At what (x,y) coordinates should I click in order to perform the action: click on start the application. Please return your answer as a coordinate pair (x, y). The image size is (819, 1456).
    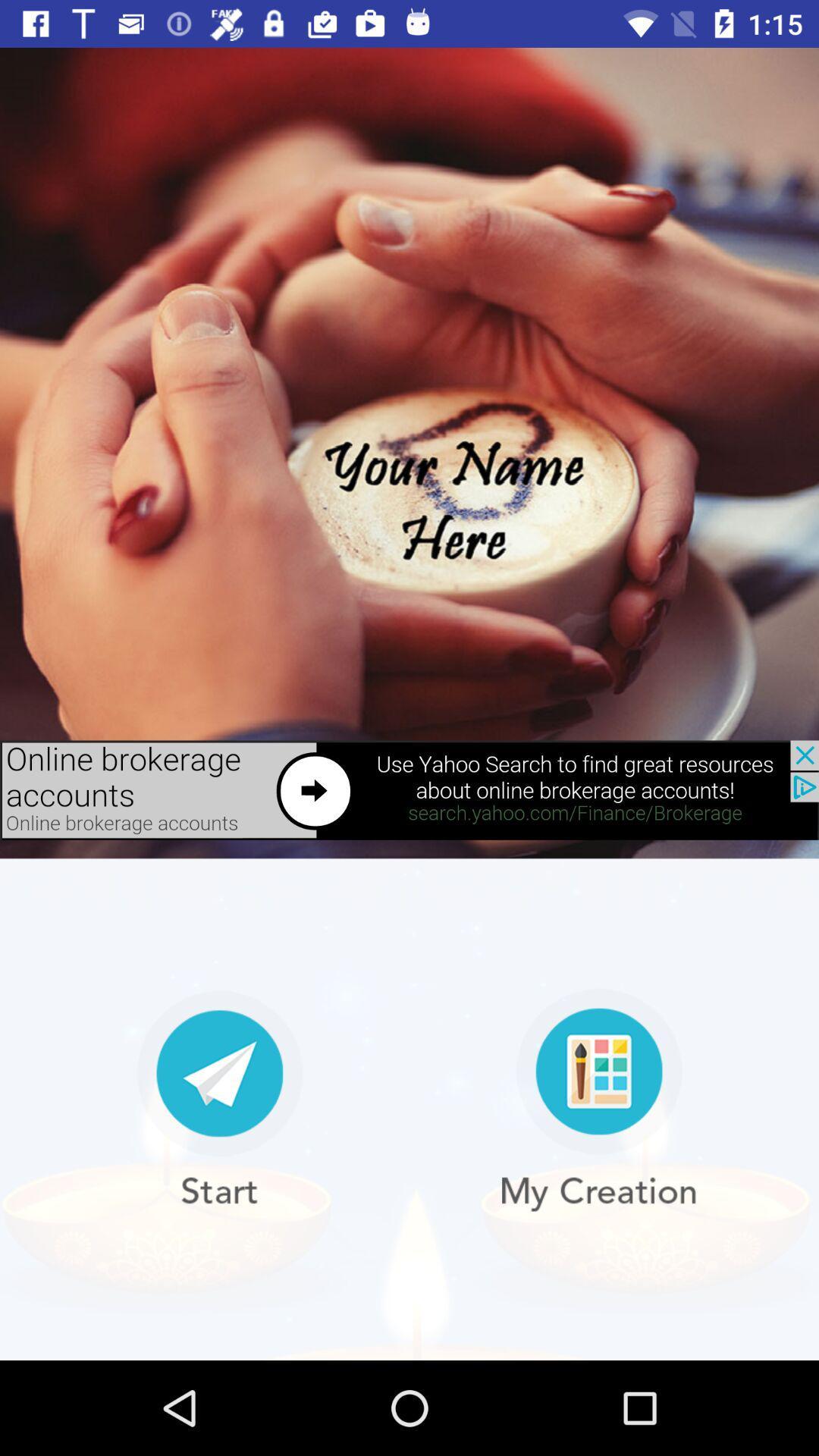
    Looking at the image, I should click on (219, 1100).